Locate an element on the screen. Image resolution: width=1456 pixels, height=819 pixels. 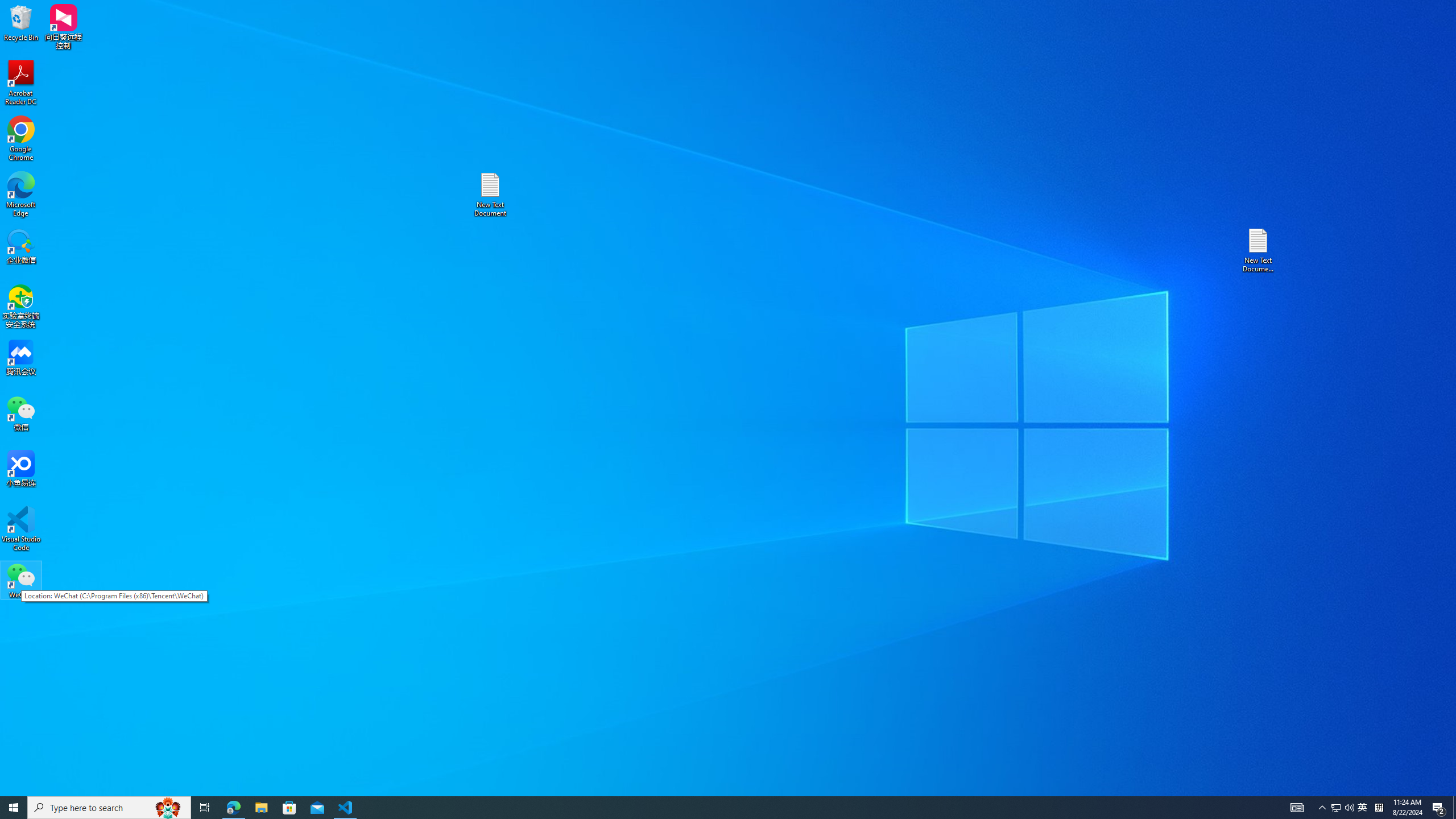
'Show desktop' is located at coordinates (1454, 806).